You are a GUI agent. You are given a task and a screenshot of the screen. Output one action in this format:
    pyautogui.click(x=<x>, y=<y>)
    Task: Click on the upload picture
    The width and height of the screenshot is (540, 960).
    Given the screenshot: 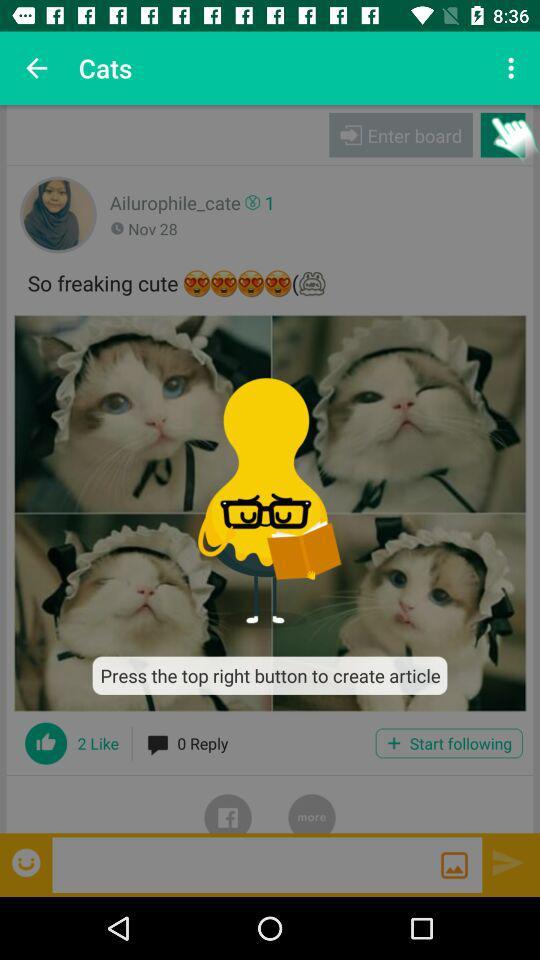 What is the action you would take?
    pyautogui.click(x=454, y=864)
    